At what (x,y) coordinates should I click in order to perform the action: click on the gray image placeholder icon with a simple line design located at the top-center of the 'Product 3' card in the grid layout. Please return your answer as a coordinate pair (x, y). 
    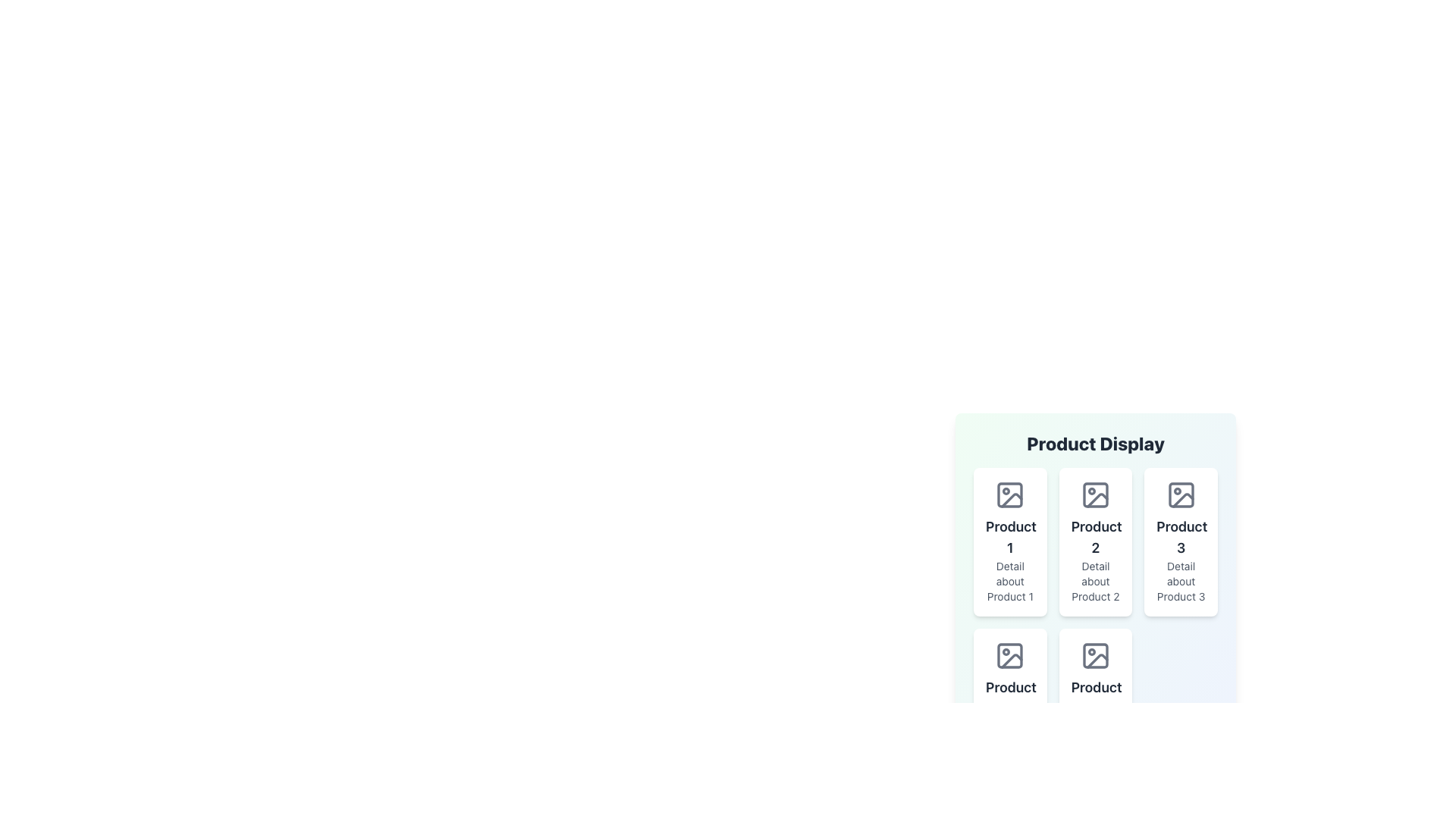
    Looking at the image, I should click on (1180, 494).